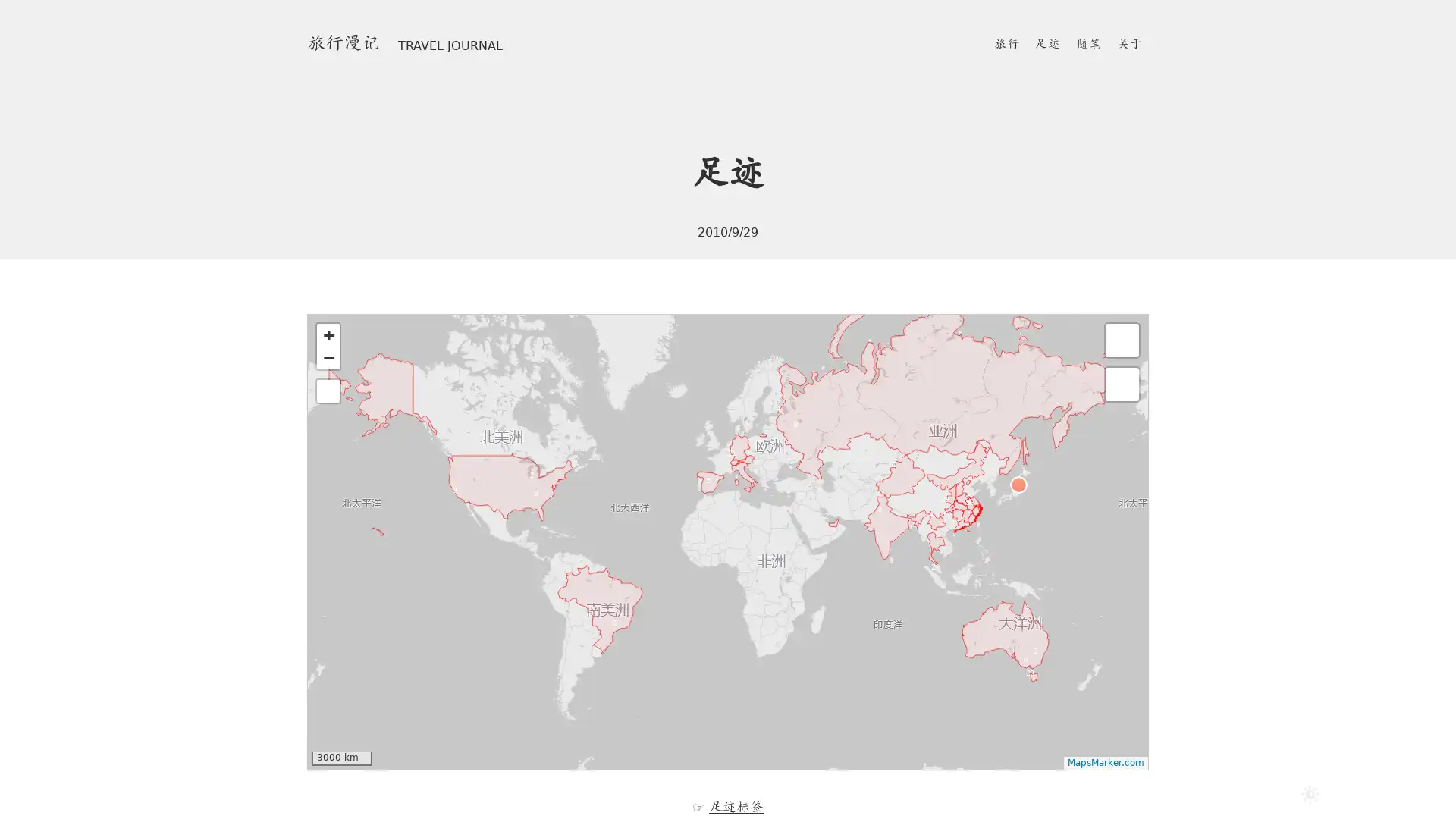  What do you see at coordinates (1040, 654) in the screenshot?
I see `2` at bounding box center [1040, 654].